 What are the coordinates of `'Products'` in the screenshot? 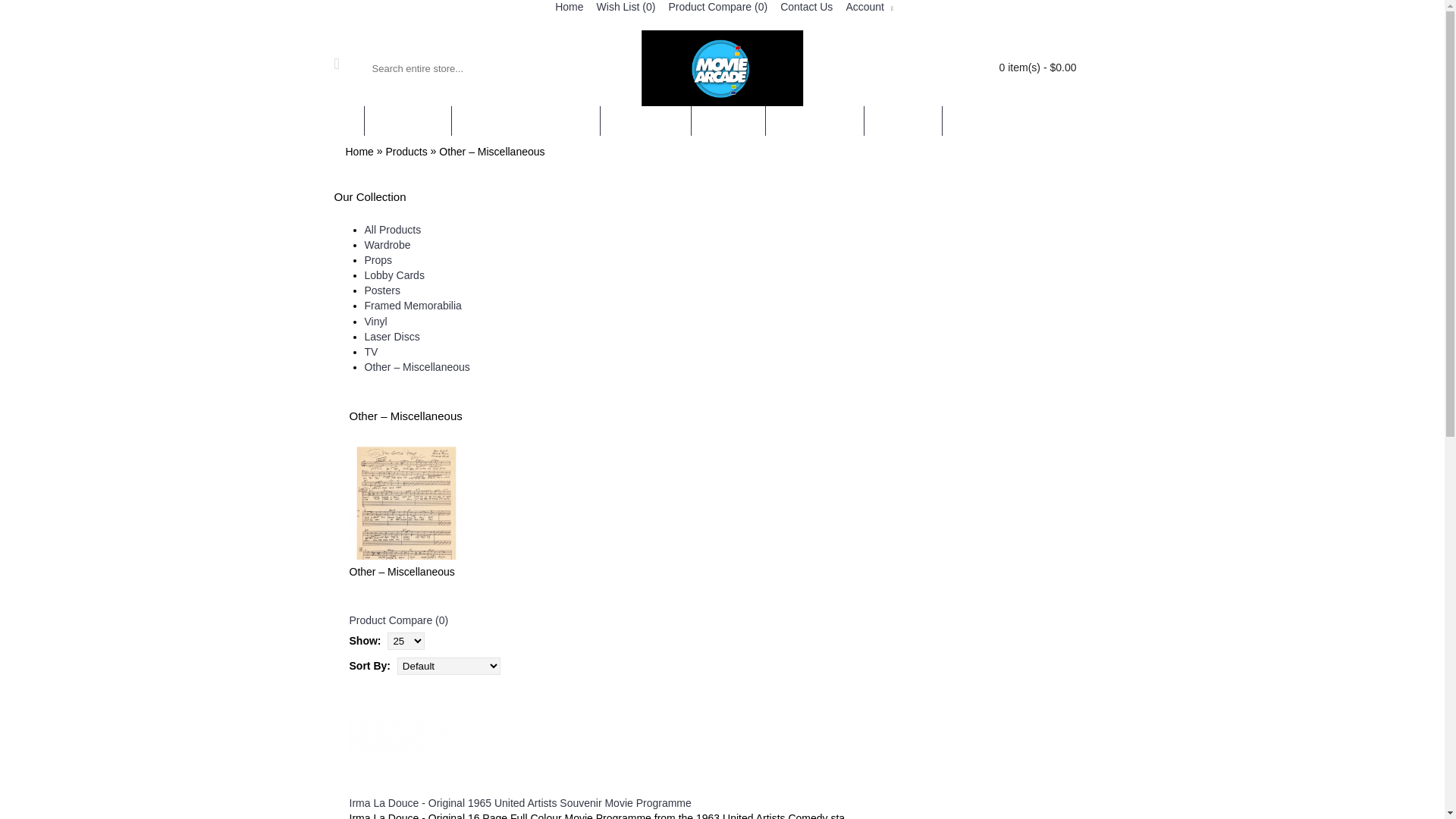 It's located at (406, 152).